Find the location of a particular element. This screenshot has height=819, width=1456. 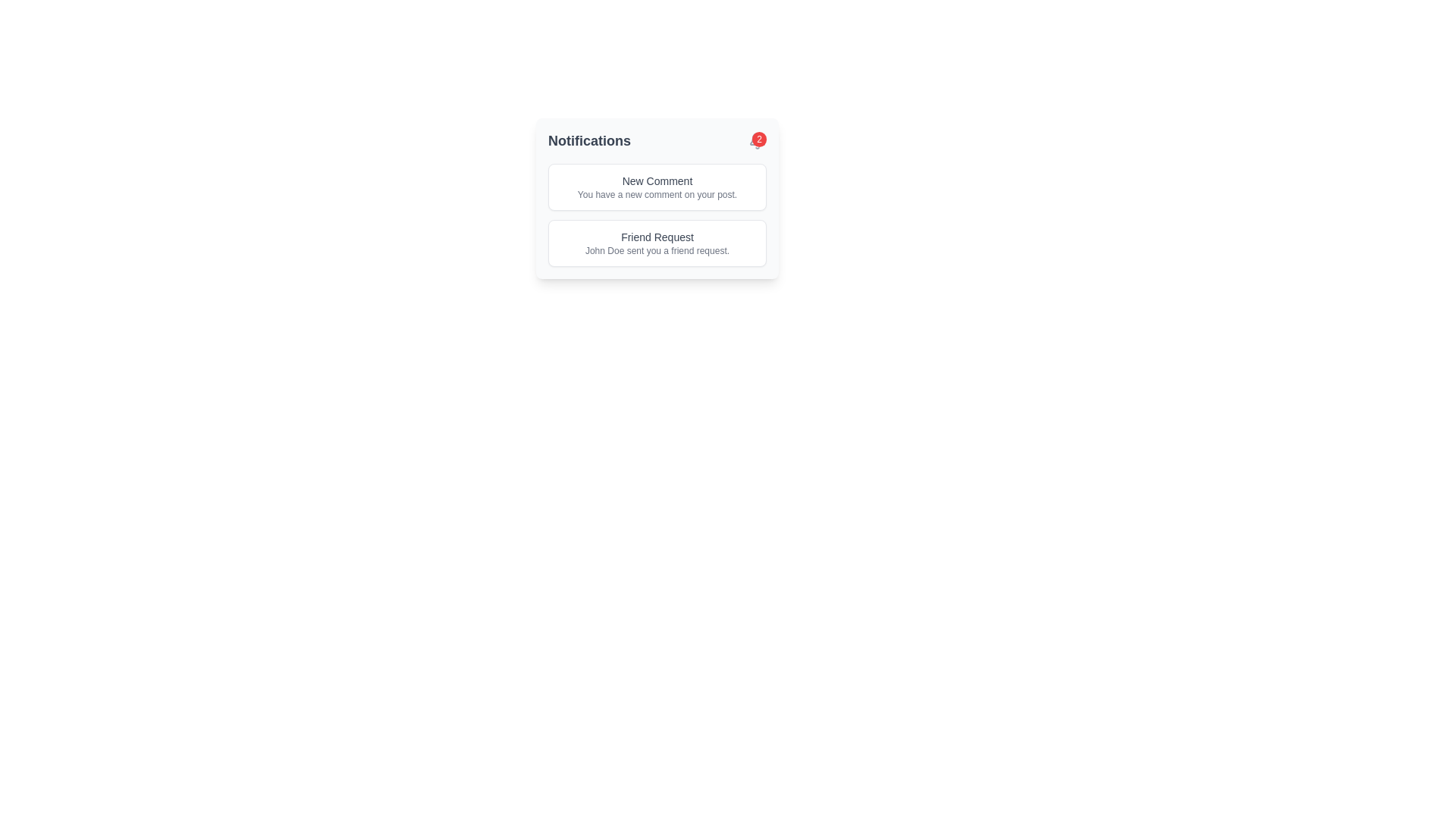

information provided by the Text label that details the new comment notification under the header 'New Comment' is located at coordinates (657, 194).